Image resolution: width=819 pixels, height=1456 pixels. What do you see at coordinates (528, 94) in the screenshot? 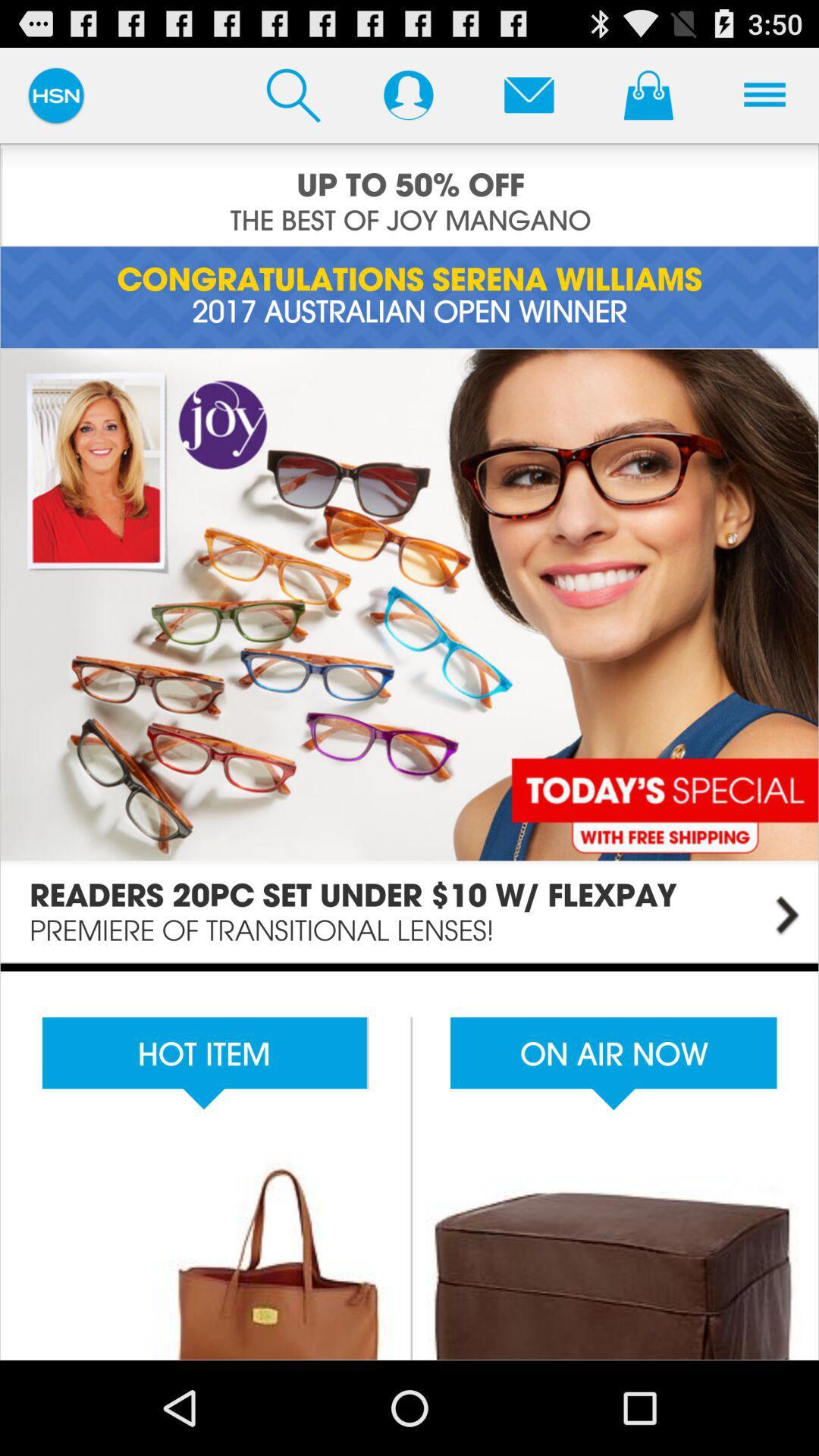
I see `send an email` at bounding box center [528, 94].